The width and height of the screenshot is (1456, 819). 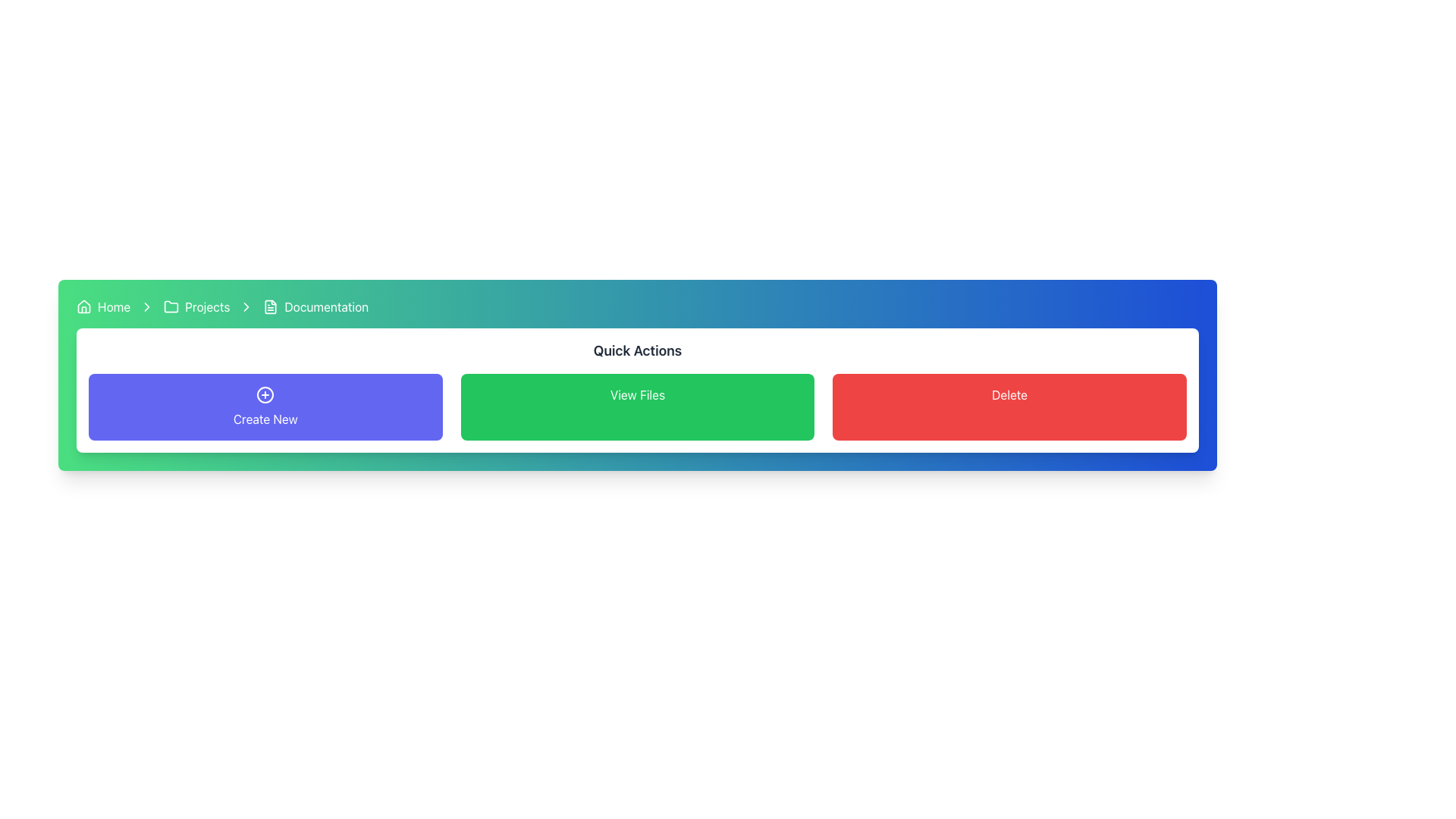 What do you see at coordinates (246, 307) in the screenshot?
I see `the second Chevron icon in the breadcrumb navigation bar, which separates 'Projects' and 'Documentation'` at bounding box center [246, 307].